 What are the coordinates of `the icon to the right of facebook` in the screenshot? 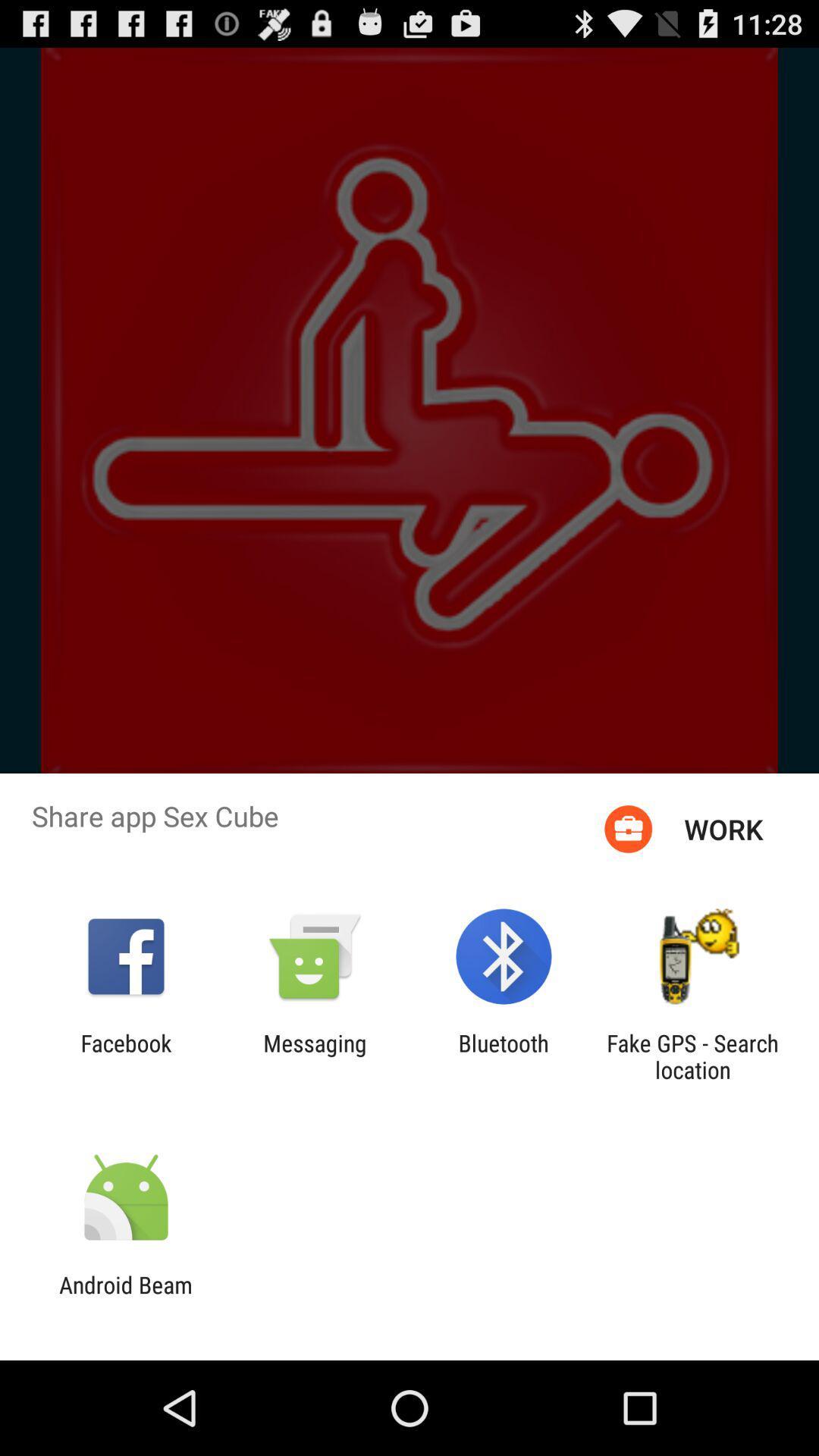 It's located at (314, 1056).